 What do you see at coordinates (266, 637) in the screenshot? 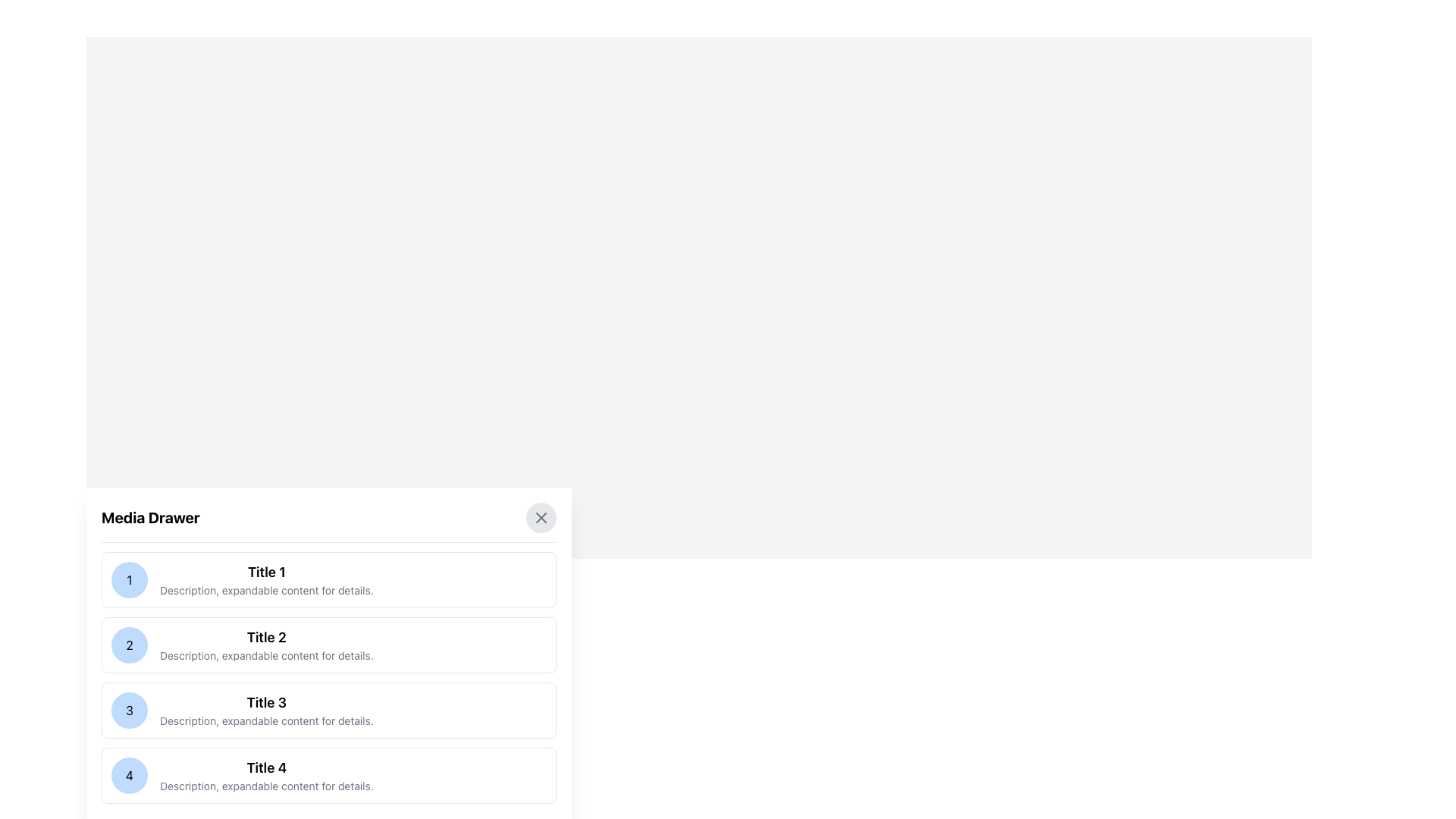
I see `the bold text label reading 'Title 2' in the second entry of the vertically stacked list in the 'Media Drawer'` at bounding box center [266, 637].